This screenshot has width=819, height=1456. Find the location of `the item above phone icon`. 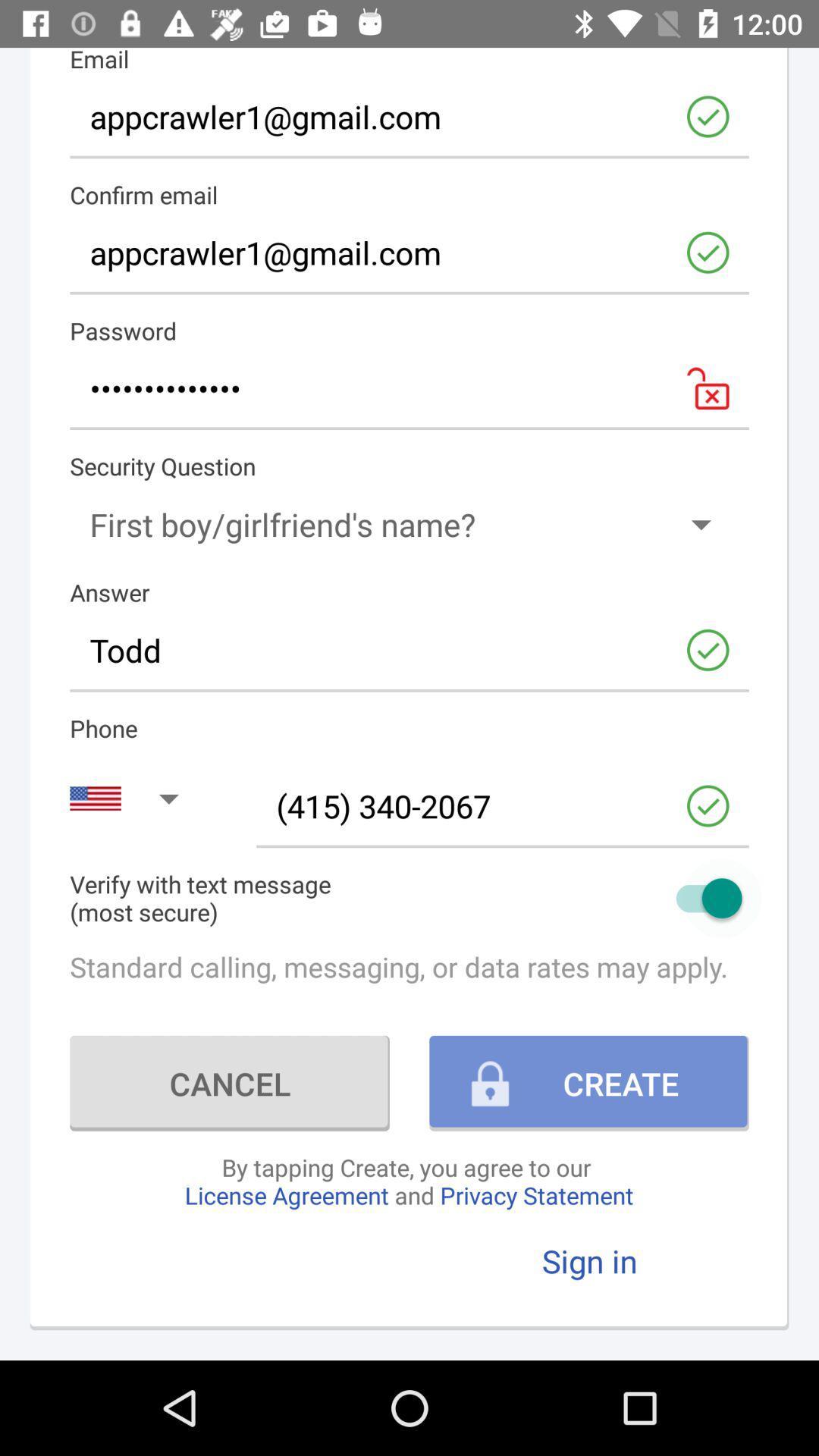

the item above phone icon is located at coordinates (409, 650).